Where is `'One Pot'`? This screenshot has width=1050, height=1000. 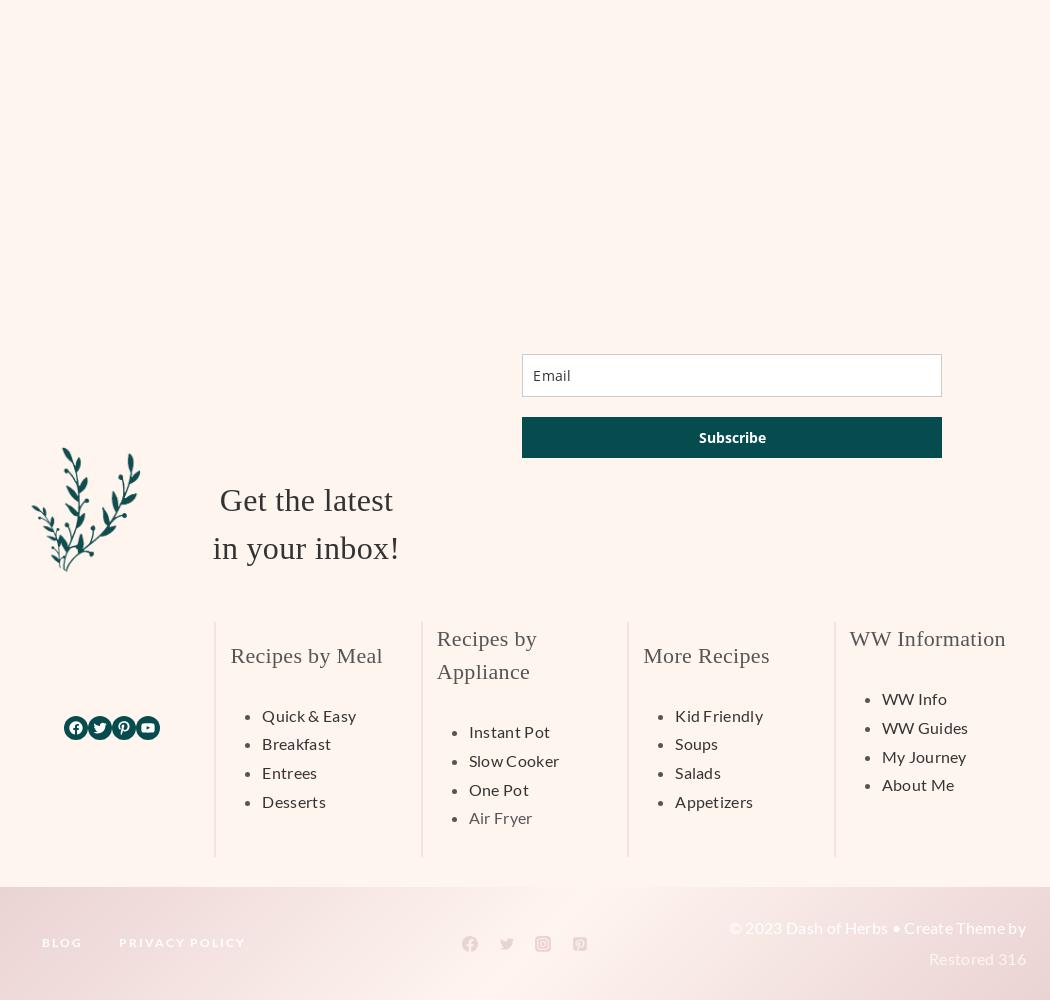
'One Pot' is located at coordinates (497, 788).